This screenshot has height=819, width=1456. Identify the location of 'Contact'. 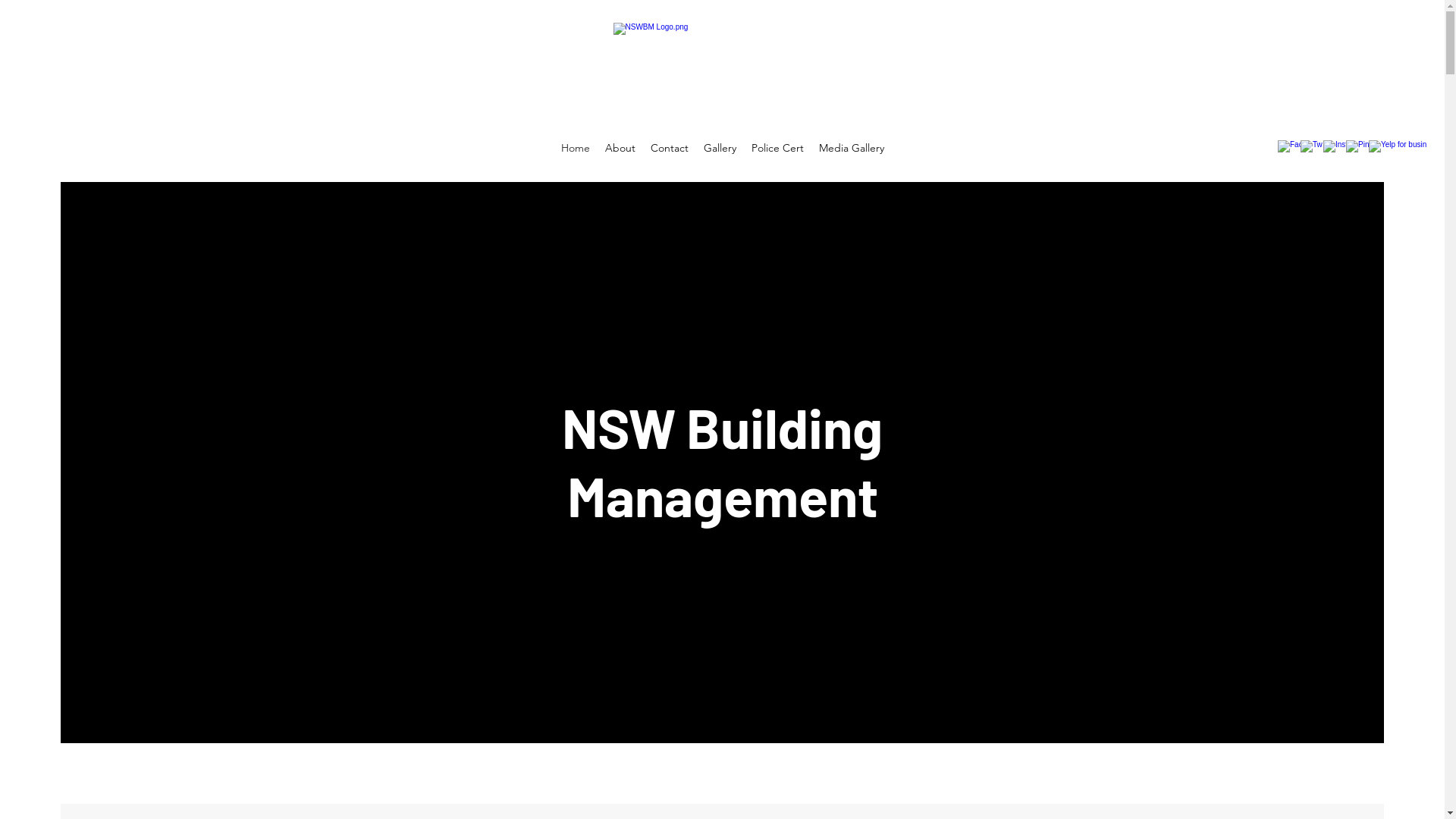
(643, 148).